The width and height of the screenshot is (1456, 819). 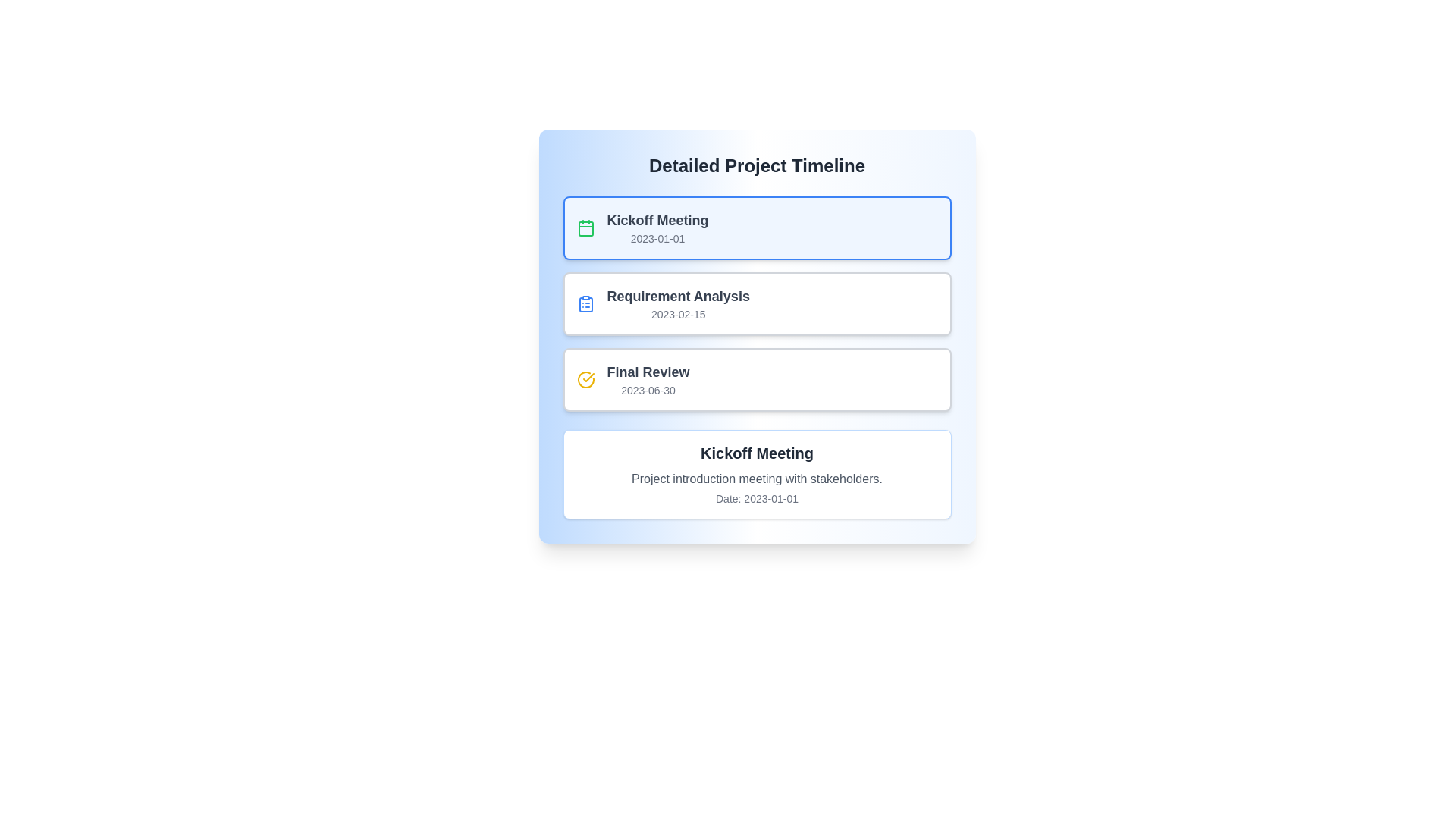 What do you see at coordinates (757, 166) in the screenshot?
I see `text from the bold, large dark gray text label that displays 'Detailed Project Timeline', which is centered at the top of the blue-bordered card background` at bounding box center [757, 166].